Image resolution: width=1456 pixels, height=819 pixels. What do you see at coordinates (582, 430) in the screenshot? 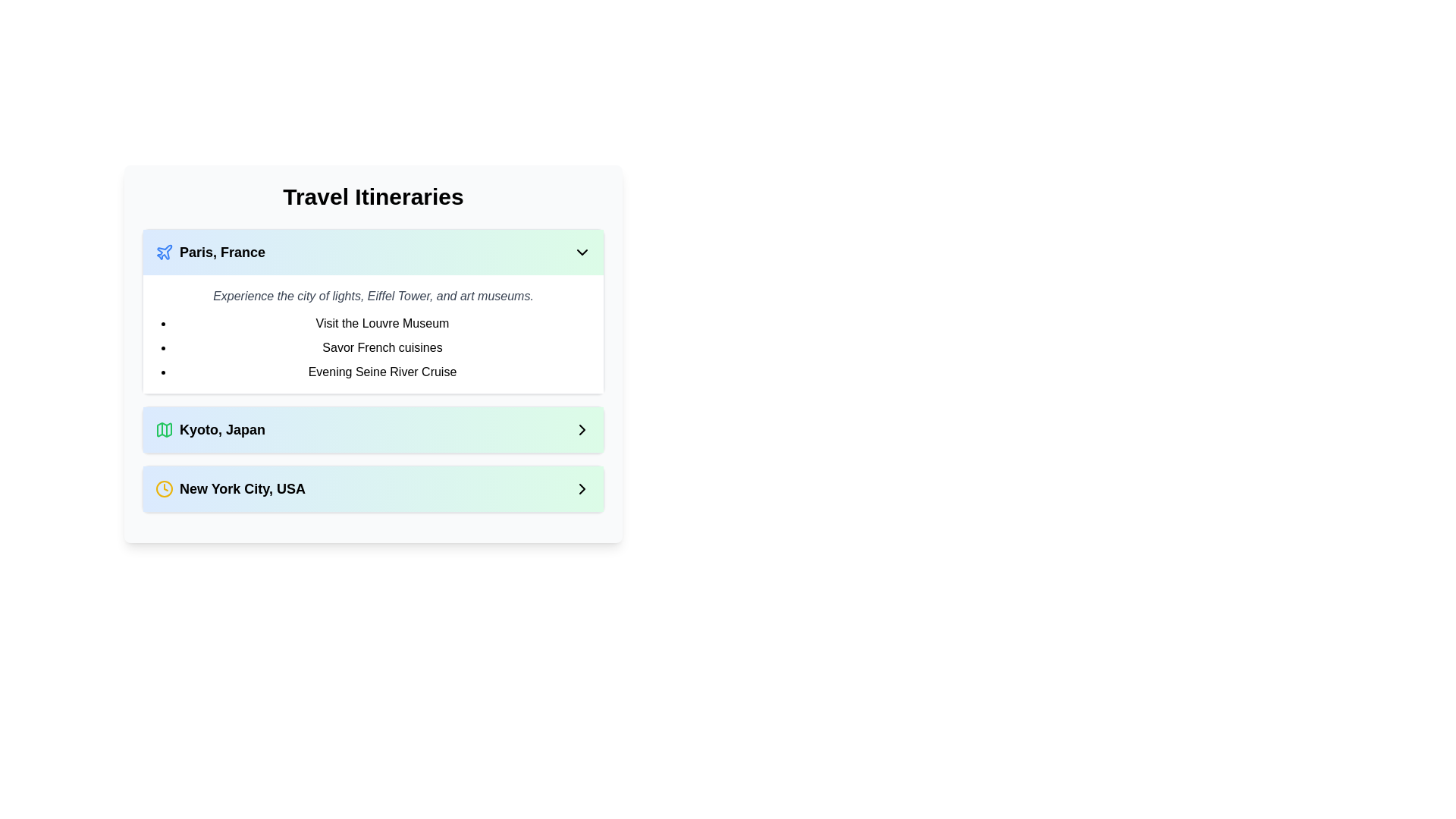
I see `the right-facing chevron icon located at the far right of the 'Kyoto, Japan' entry in the 'Travel Itineraries' interface to proceed with the selection` at bounding box center [582, 430].